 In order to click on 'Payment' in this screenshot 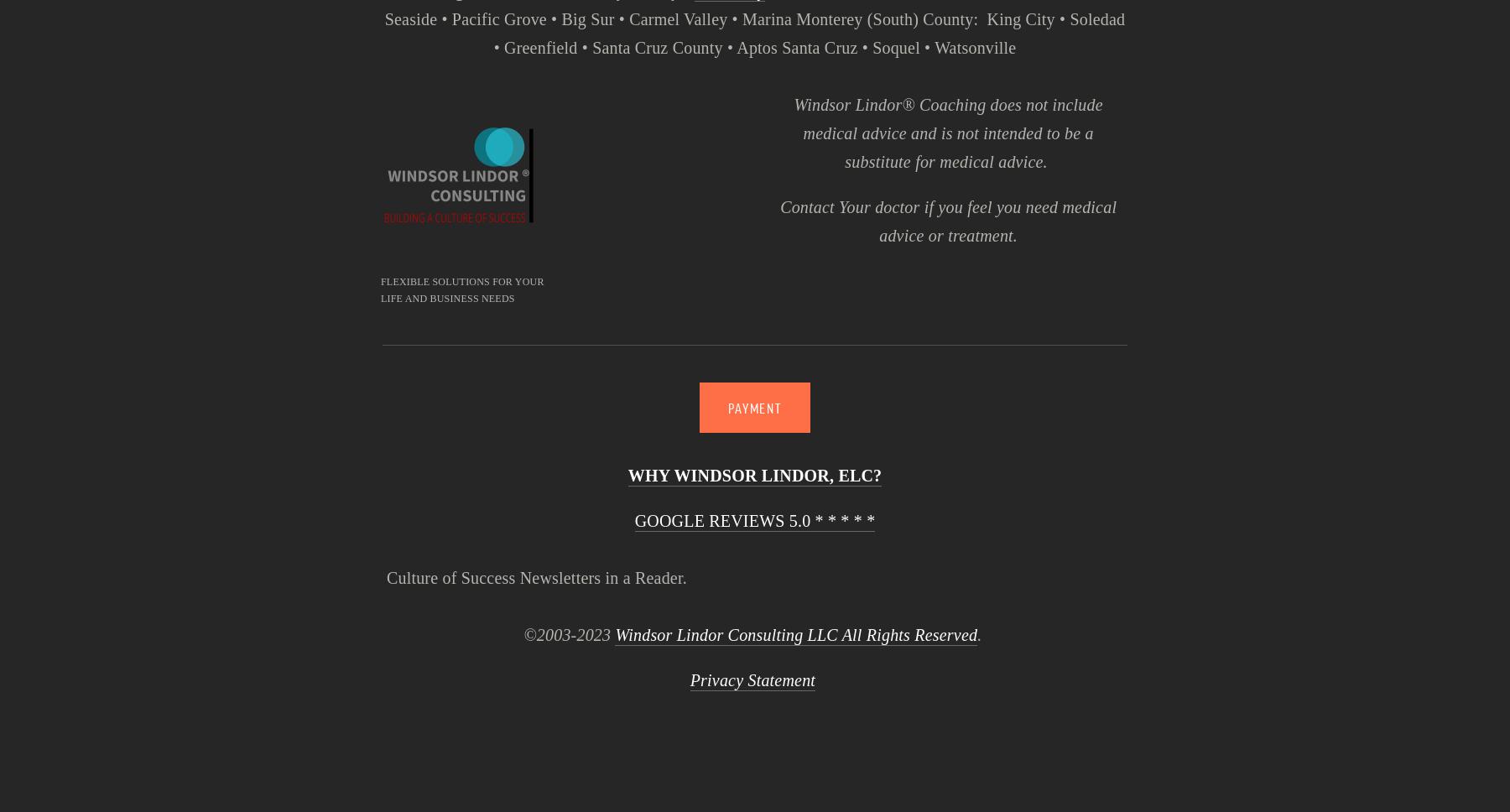, I will do `click(754, 406)`.